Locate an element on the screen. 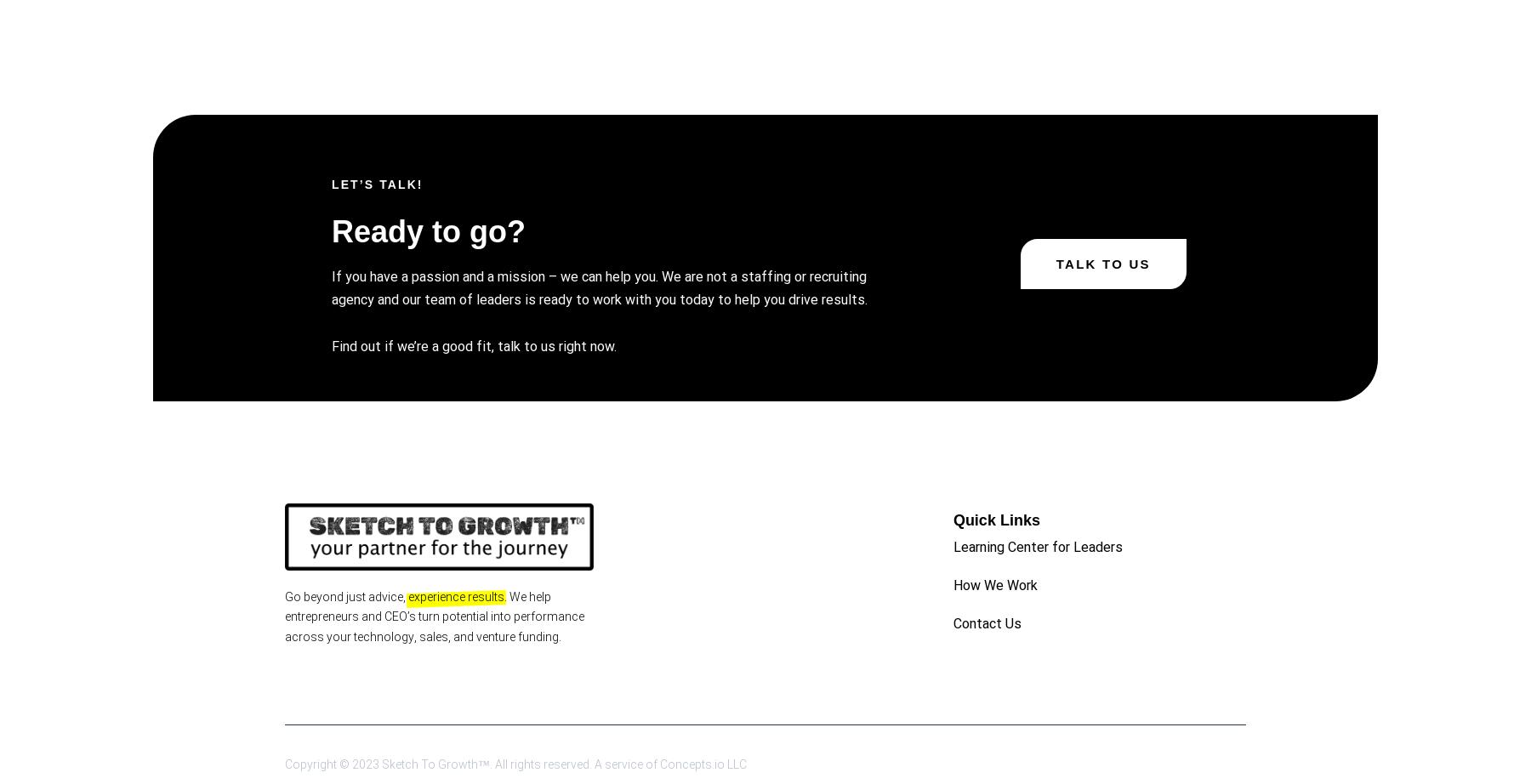 The width and height of the screenshot is (1531, 784). 'Let’s talk!' is located at coordinates (377, 185).